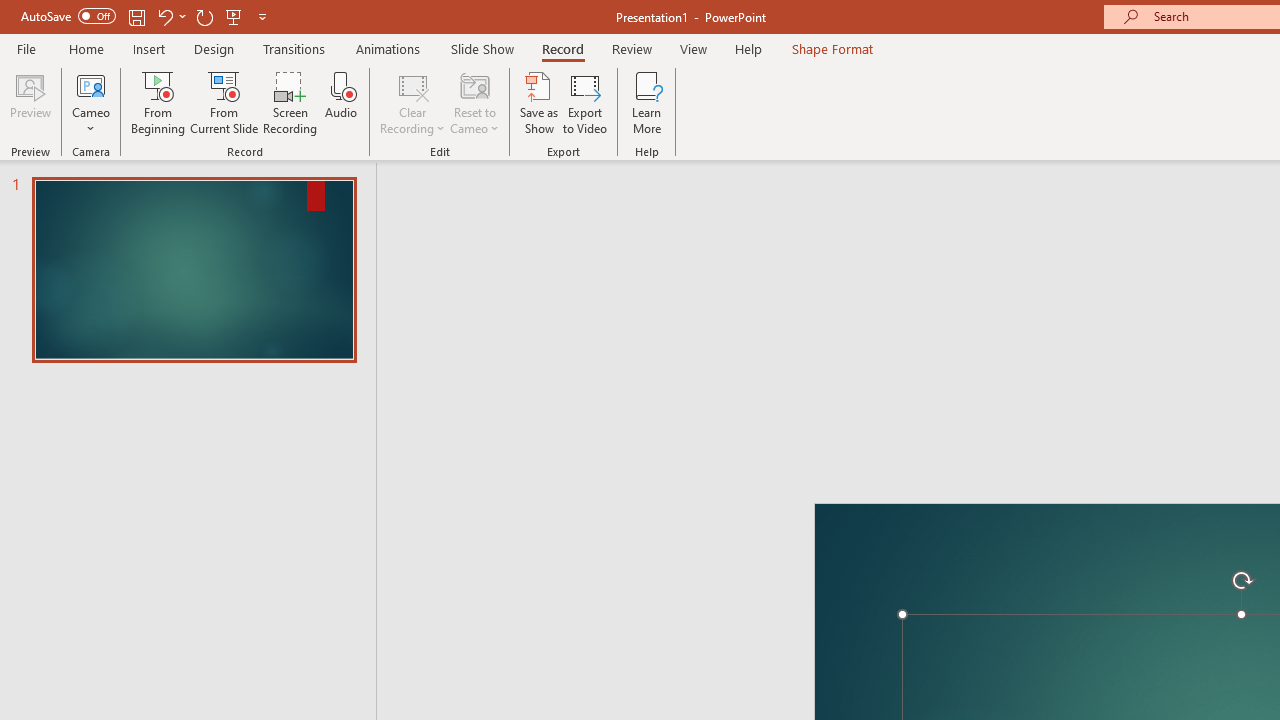 The image size is (1280, 720). What do you see at coordinates (214, 48) in the screenshot?
I see `'Design'` at bounding box center [214, 48].